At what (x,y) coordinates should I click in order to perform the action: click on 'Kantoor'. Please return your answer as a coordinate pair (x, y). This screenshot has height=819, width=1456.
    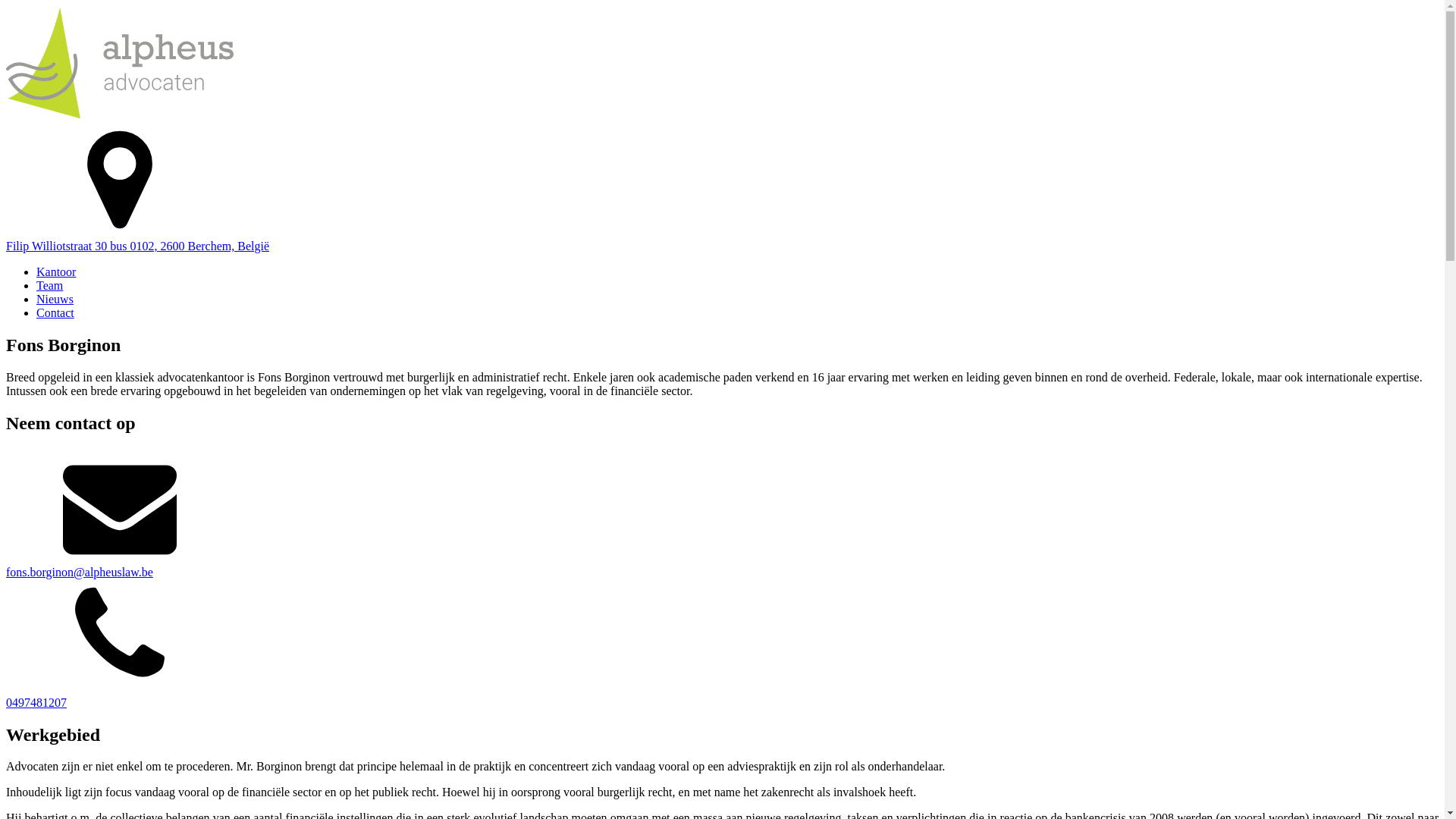
    Looking at the image, I should click on (55, 271).